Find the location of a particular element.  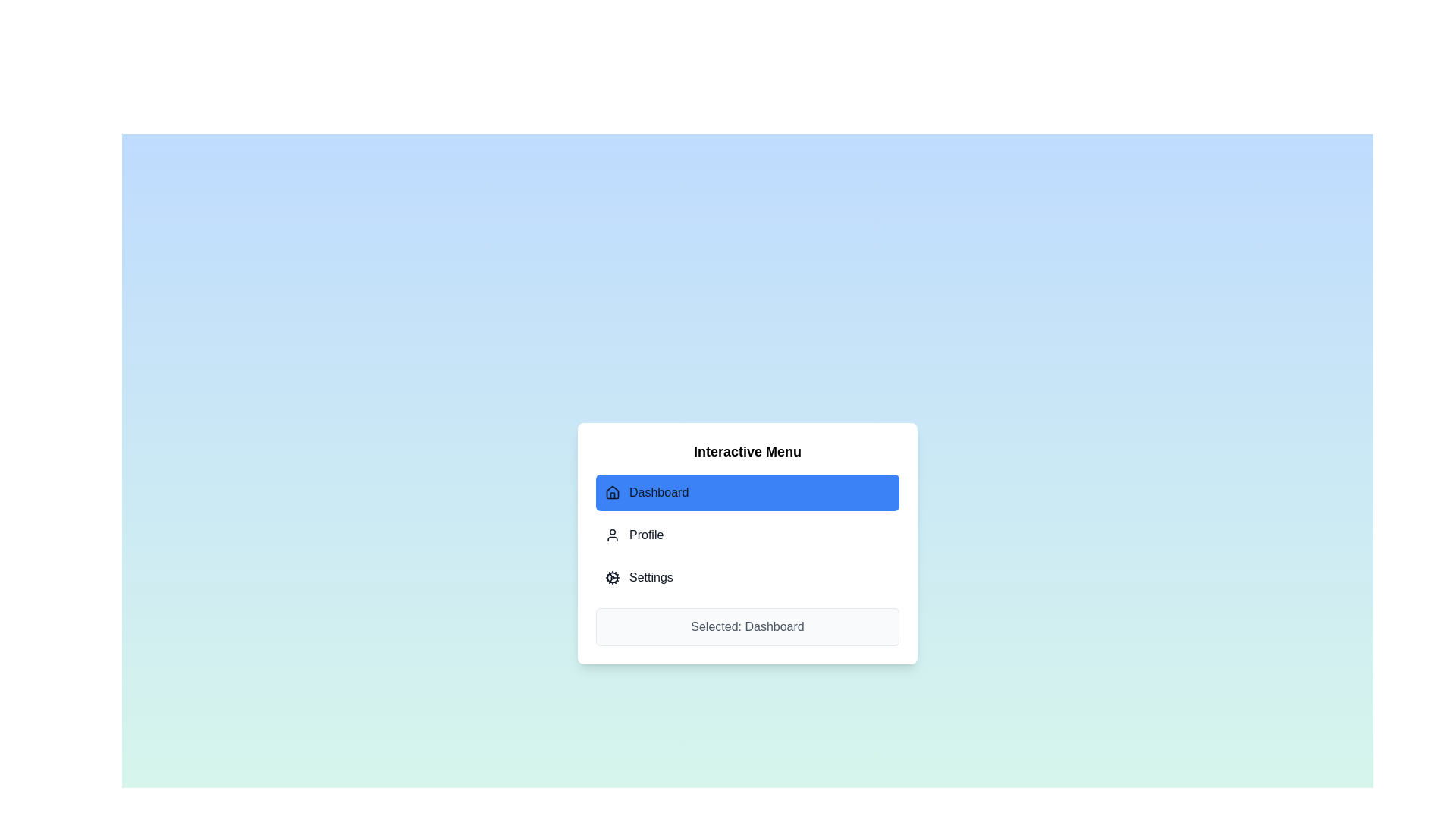

the tab labeled Profile to observe the visual feedback is located at coordinates (747, 534).